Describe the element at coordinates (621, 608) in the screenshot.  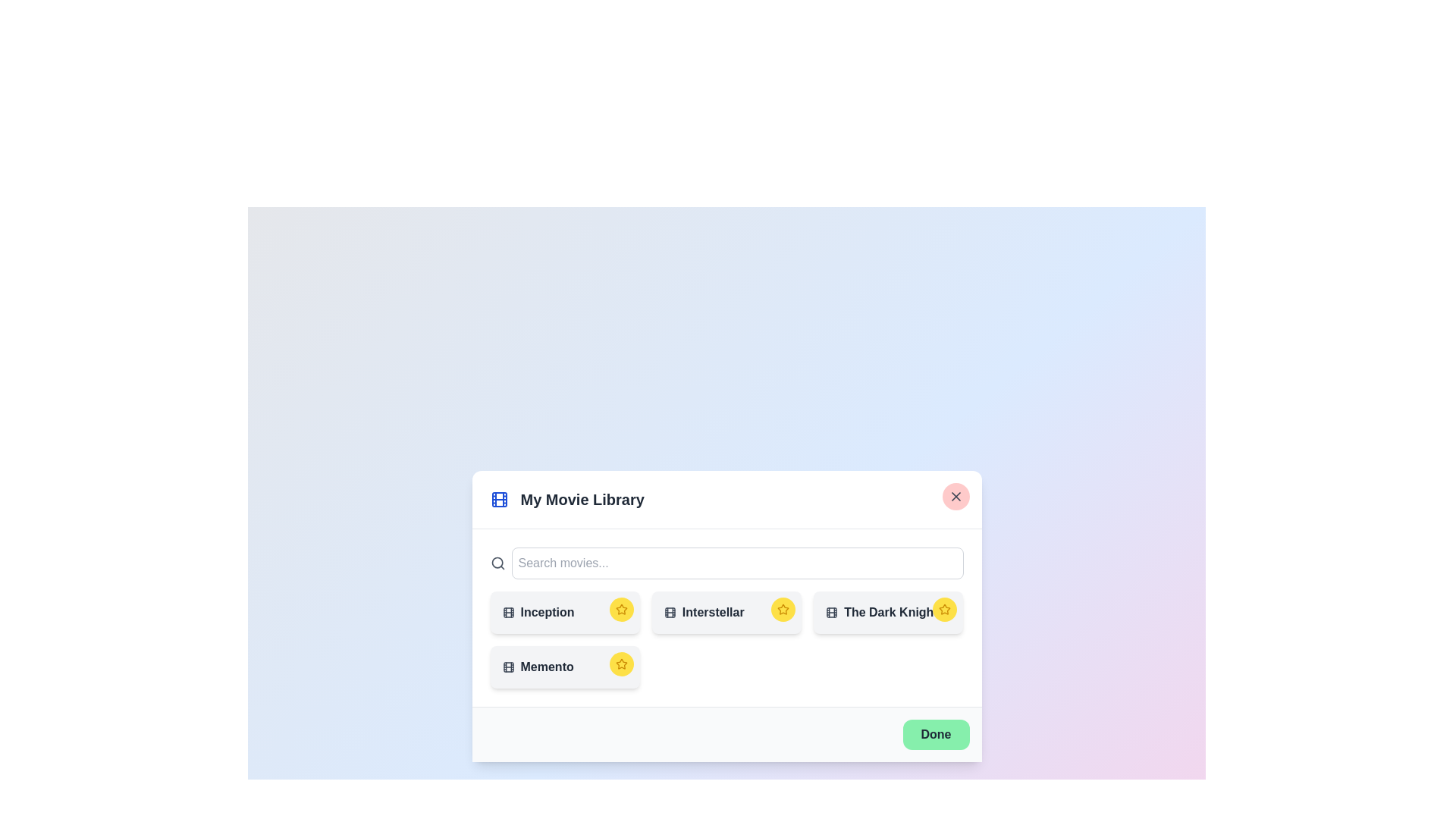
I see `the favorite icon inside the rounded button located at the top-right of the 'Inception' card` at that location.